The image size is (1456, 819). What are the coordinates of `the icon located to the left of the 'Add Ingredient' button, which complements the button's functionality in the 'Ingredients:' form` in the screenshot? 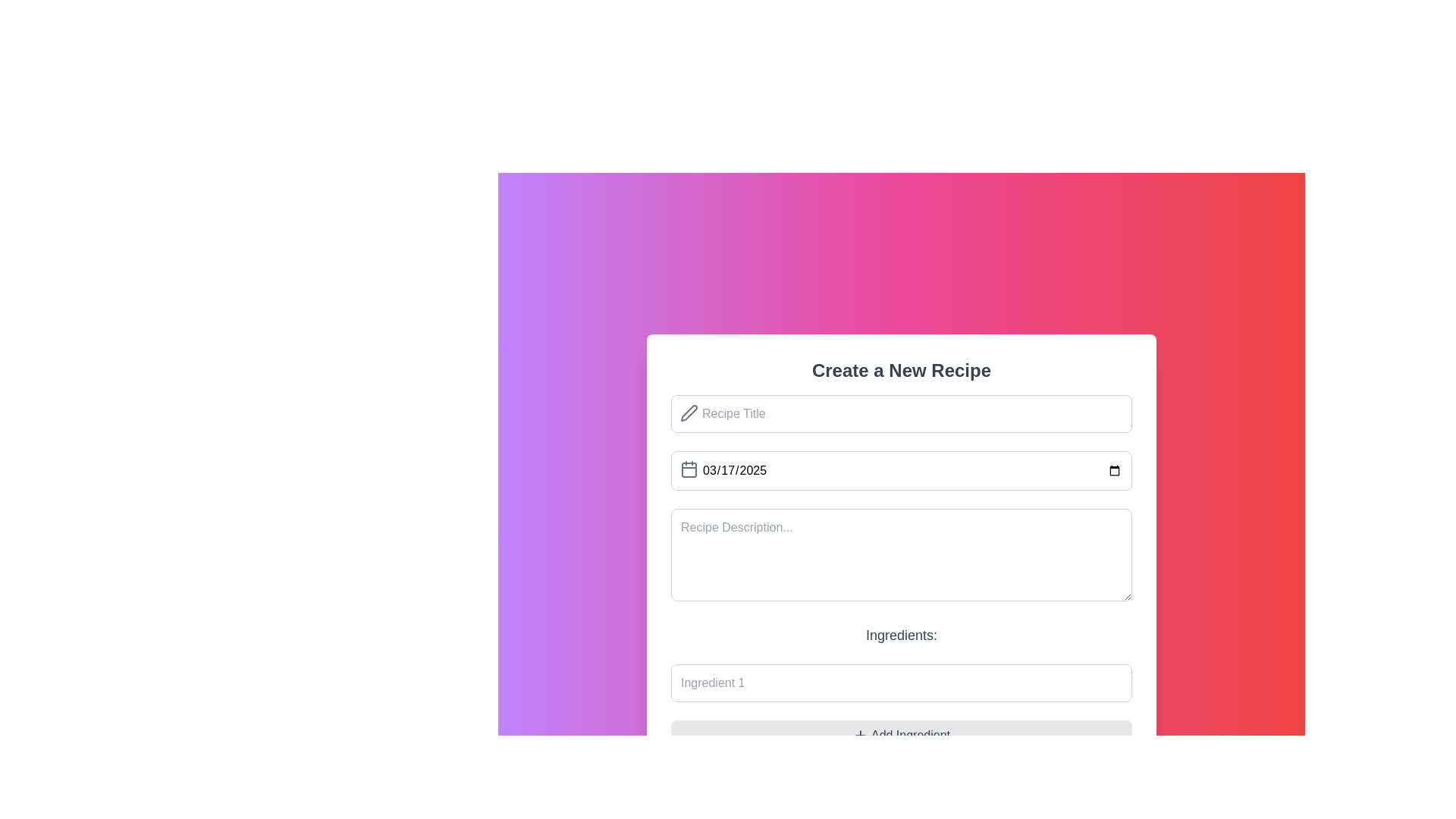 It's located at (860, 735).